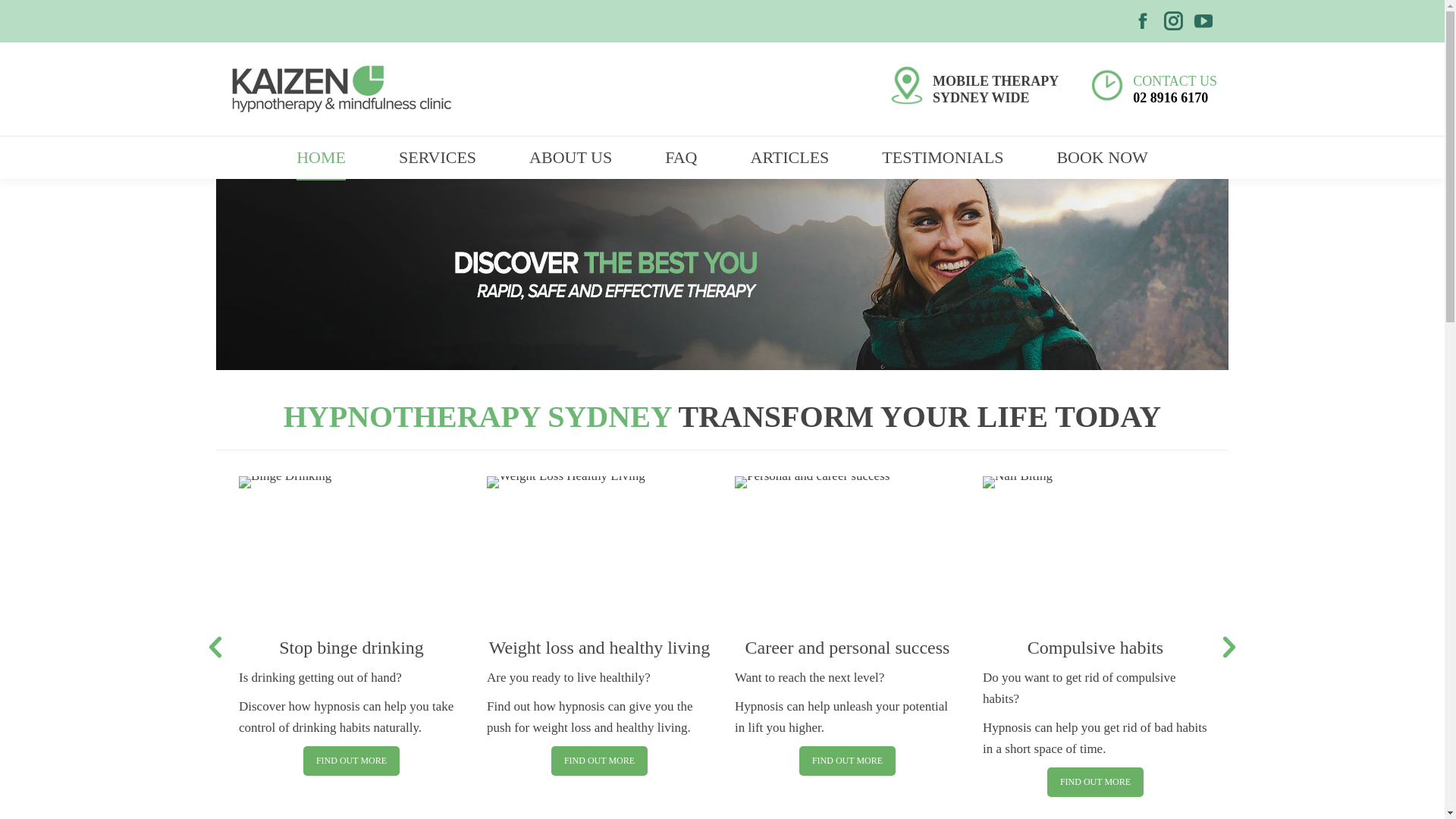 This screenshot has height=819, width=1456. What do you see at coordinates (1172, 20) in the screenshot?
I see `'Instagram page opens in new window'` at bounding box center [1172, 20].